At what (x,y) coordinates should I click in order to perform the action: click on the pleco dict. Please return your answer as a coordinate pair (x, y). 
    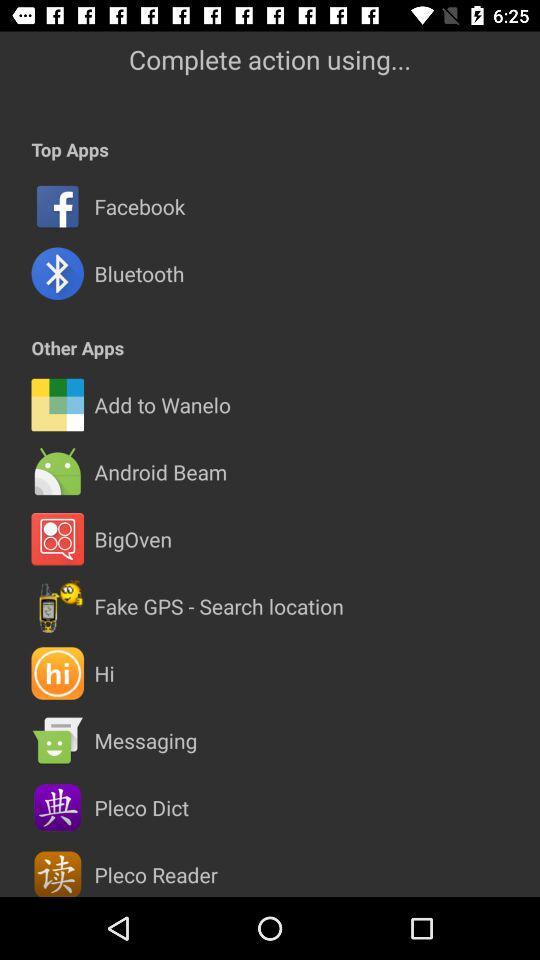
    Looking at the image, I should click on (140, 807).